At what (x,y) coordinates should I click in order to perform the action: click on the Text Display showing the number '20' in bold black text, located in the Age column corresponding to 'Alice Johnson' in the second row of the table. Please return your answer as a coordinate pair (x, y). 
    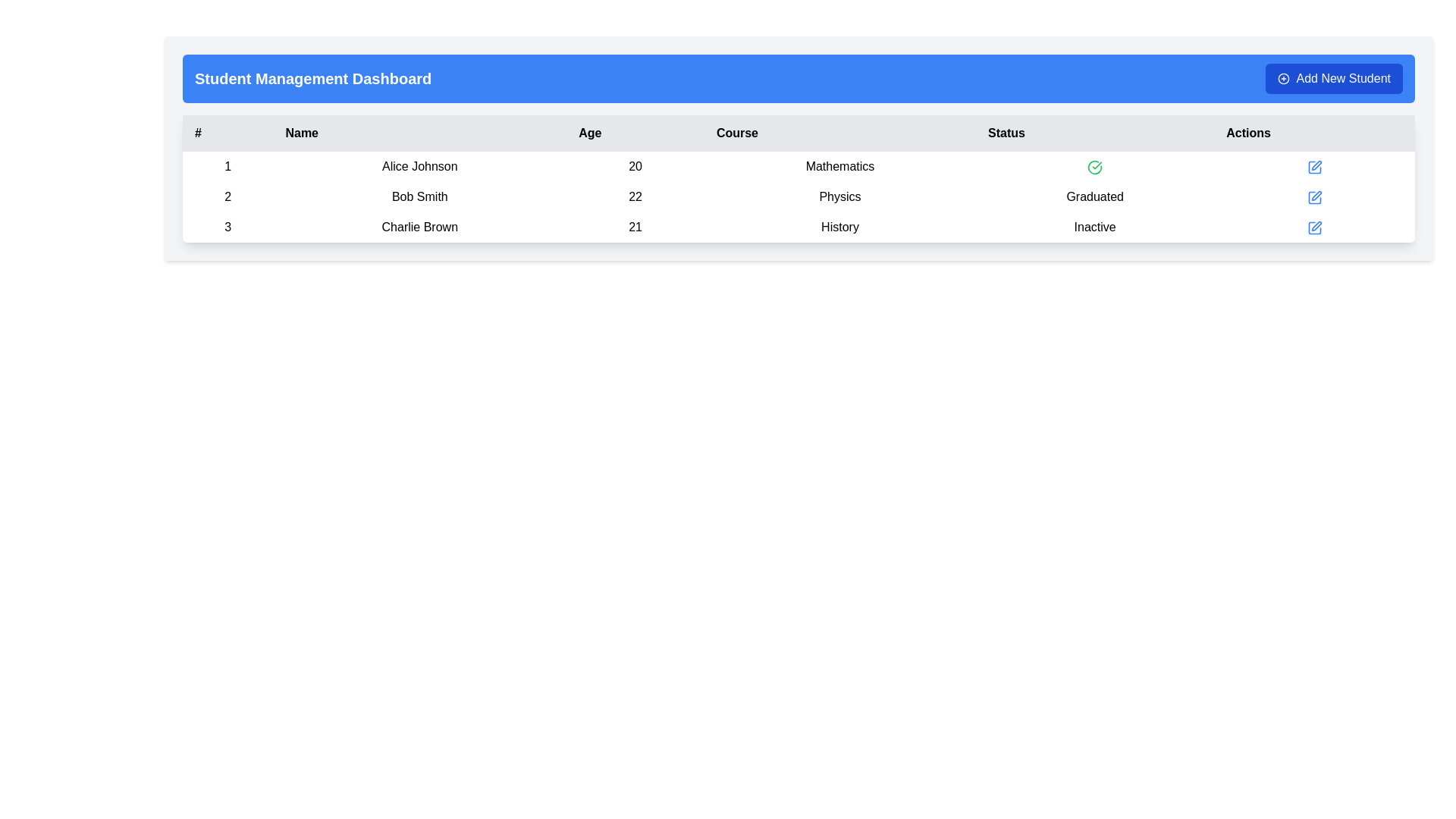
    Looking at the image, I should click on (635, 166).